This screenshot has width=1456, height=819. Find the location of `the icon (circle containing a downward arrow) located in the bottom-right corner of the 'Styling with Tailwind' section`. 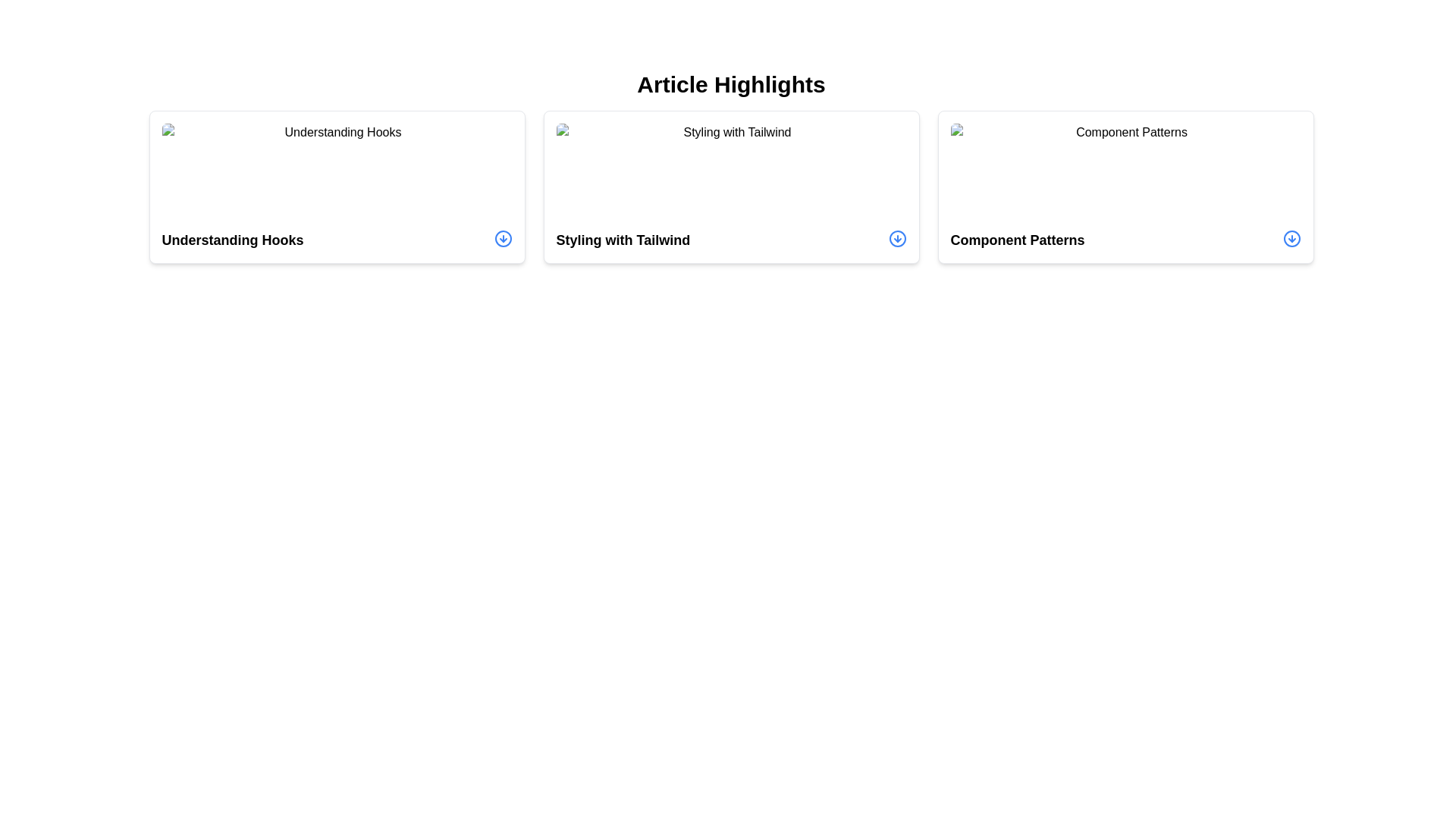

the icon (circle containing a downward arrow) located in the bottom-right corner of the 'Styling with Tailwind' section is located at coordinates (897, 239).